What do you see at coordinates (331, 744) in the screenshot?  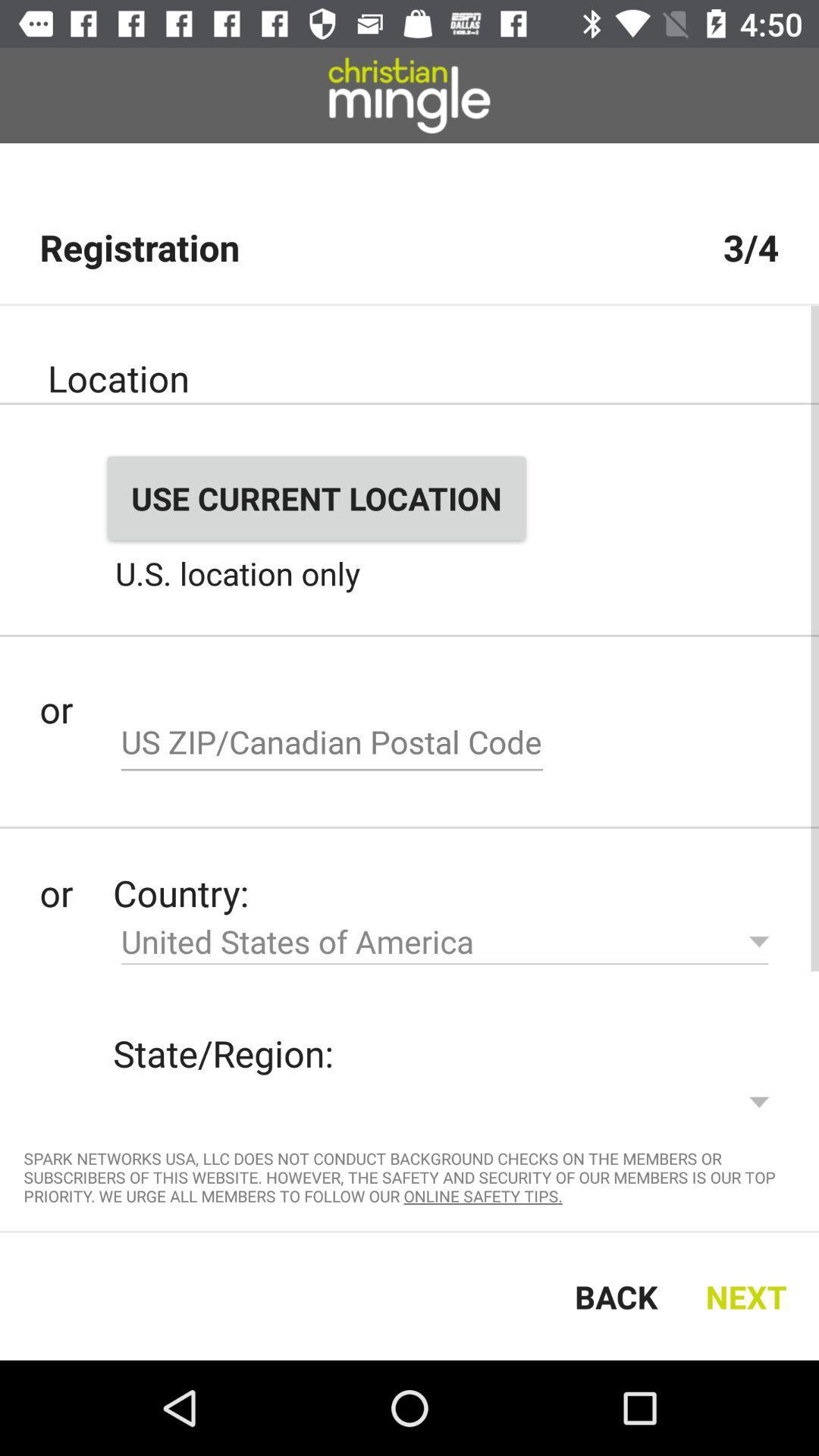 I see `postal code box` at bounding box center [331, 744].